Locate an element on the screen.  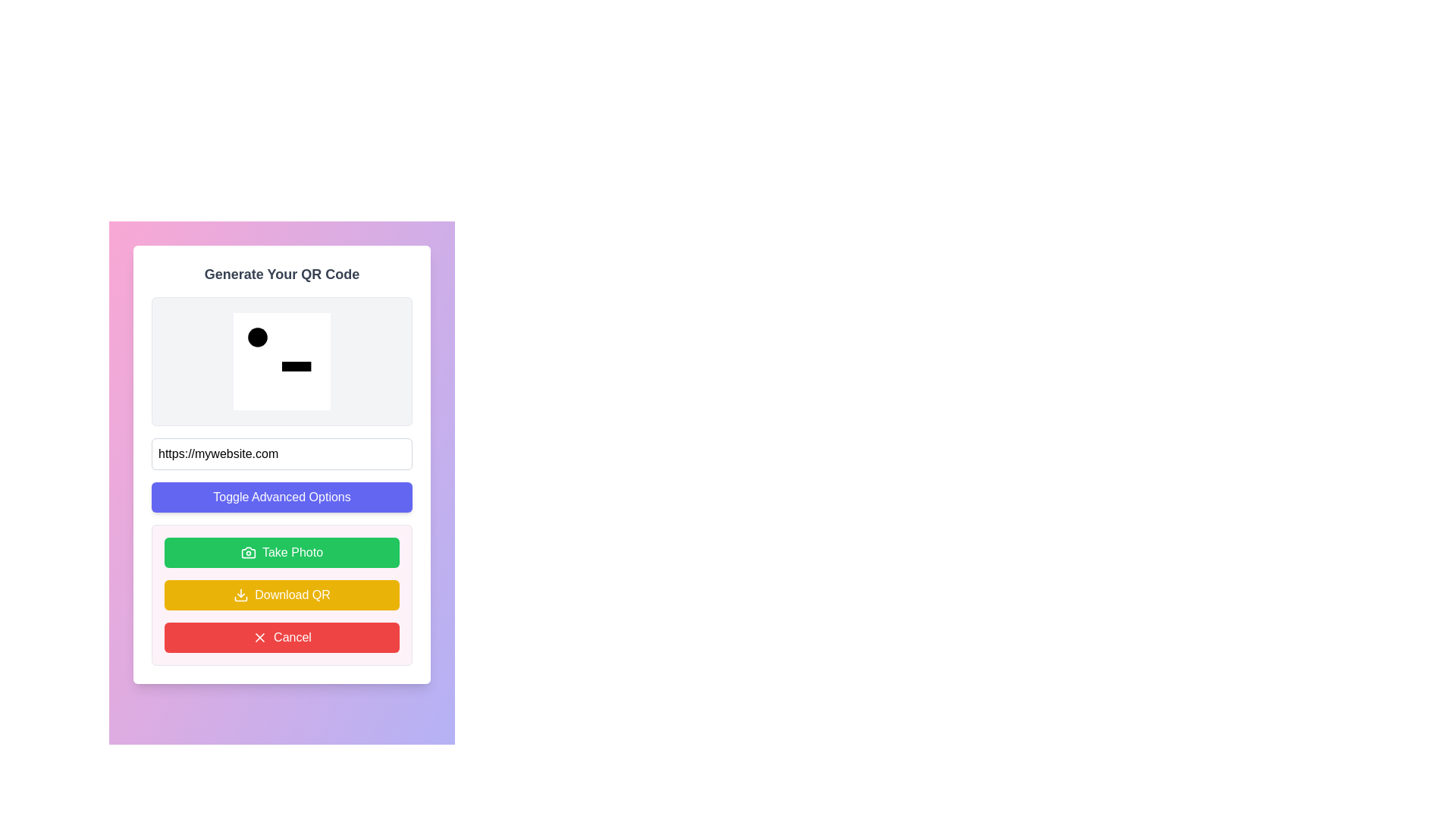
the 'Cancel' button, which has a red background and white text, to observe its hover effects is located at coordinates (282, 637).